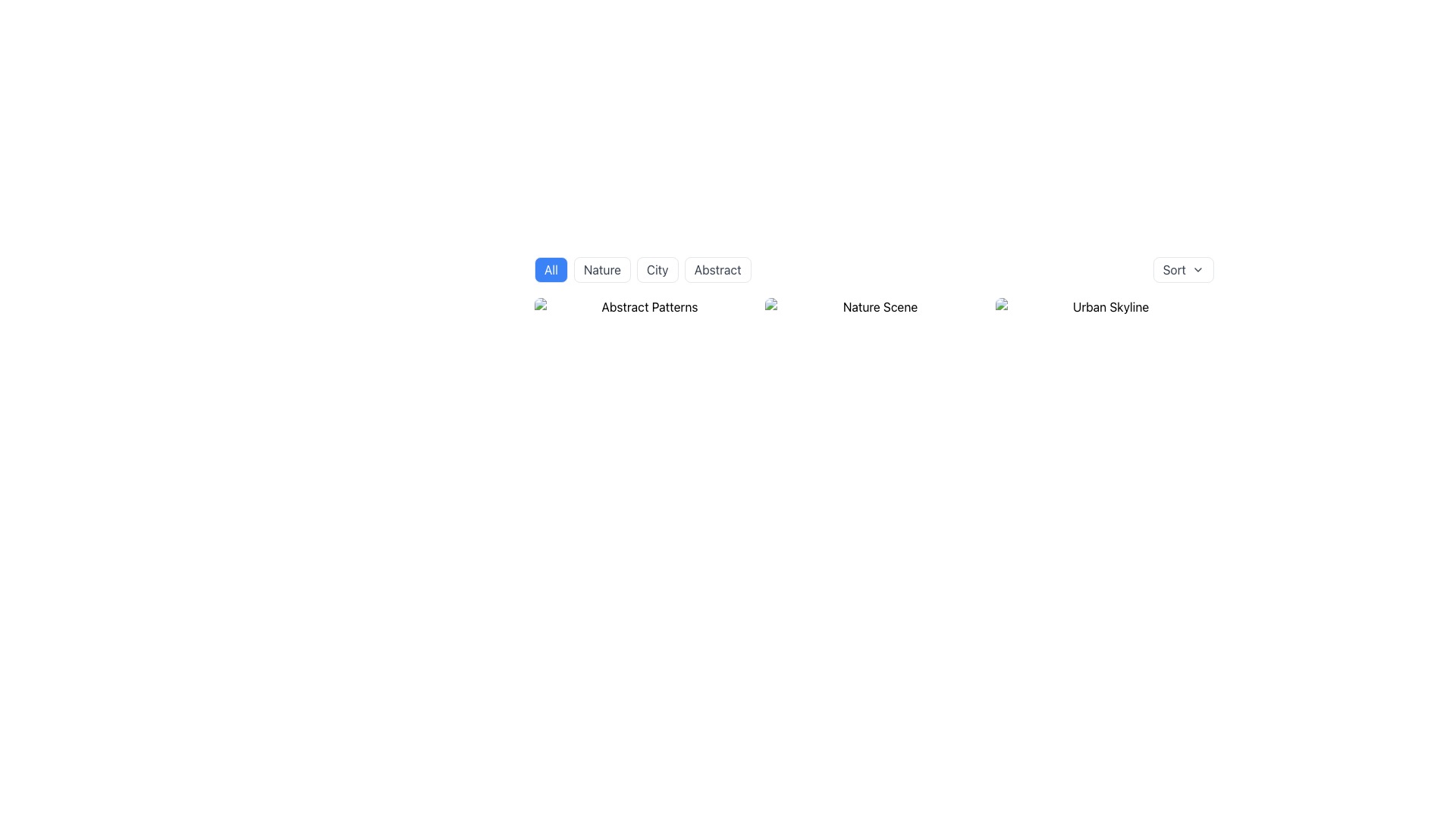 The width and height of the screenshot is (1456, 819). Describe the element at coordinates (874, 287) in the screenshot. I see `the Interactive filtering bar` at that location.